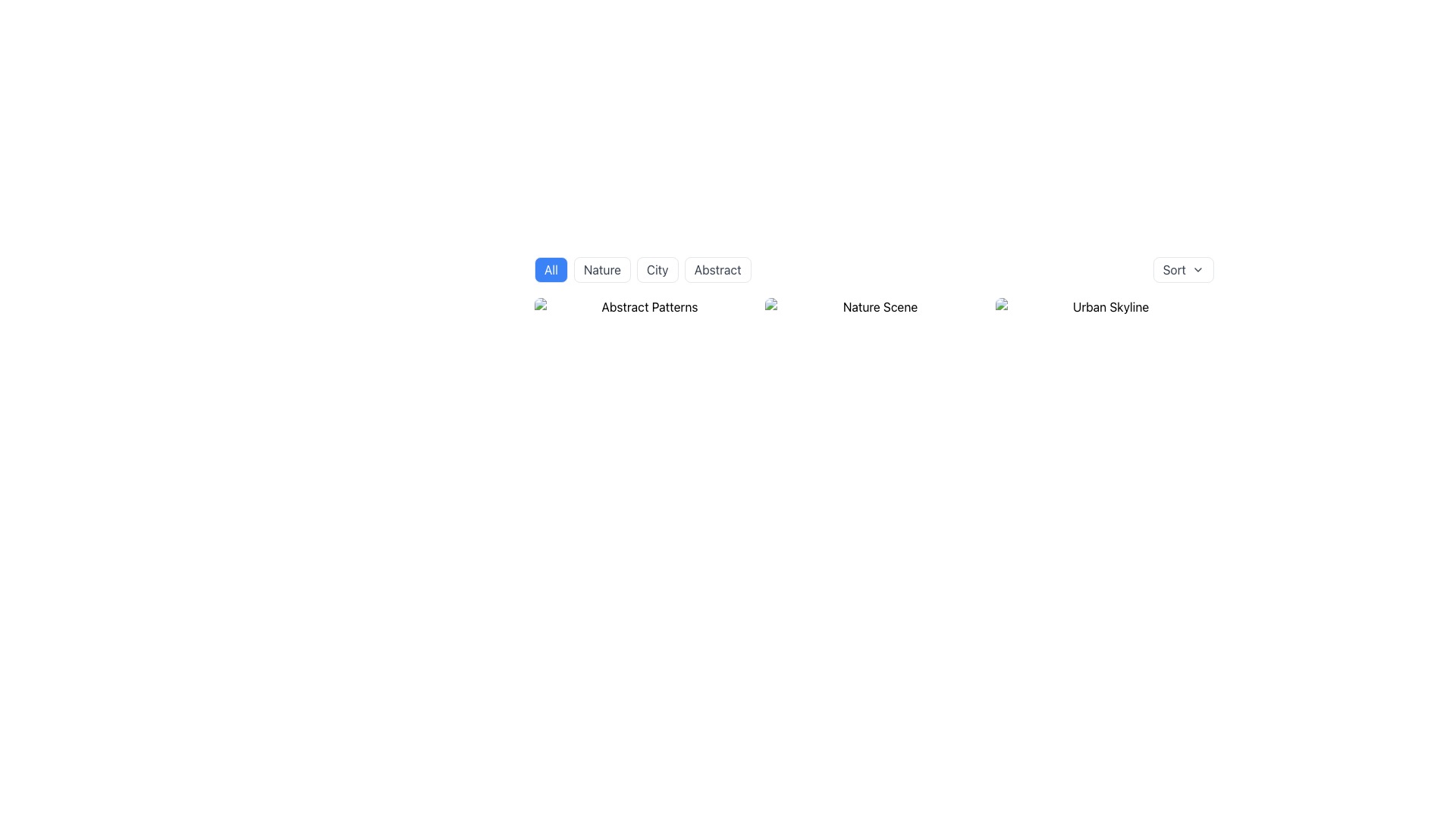 The width and height of the screenshot is (1456, 819). Describe the element at coordinates (874, 287) in the screenshot. I see `the Interactive filtering bar` at that location.